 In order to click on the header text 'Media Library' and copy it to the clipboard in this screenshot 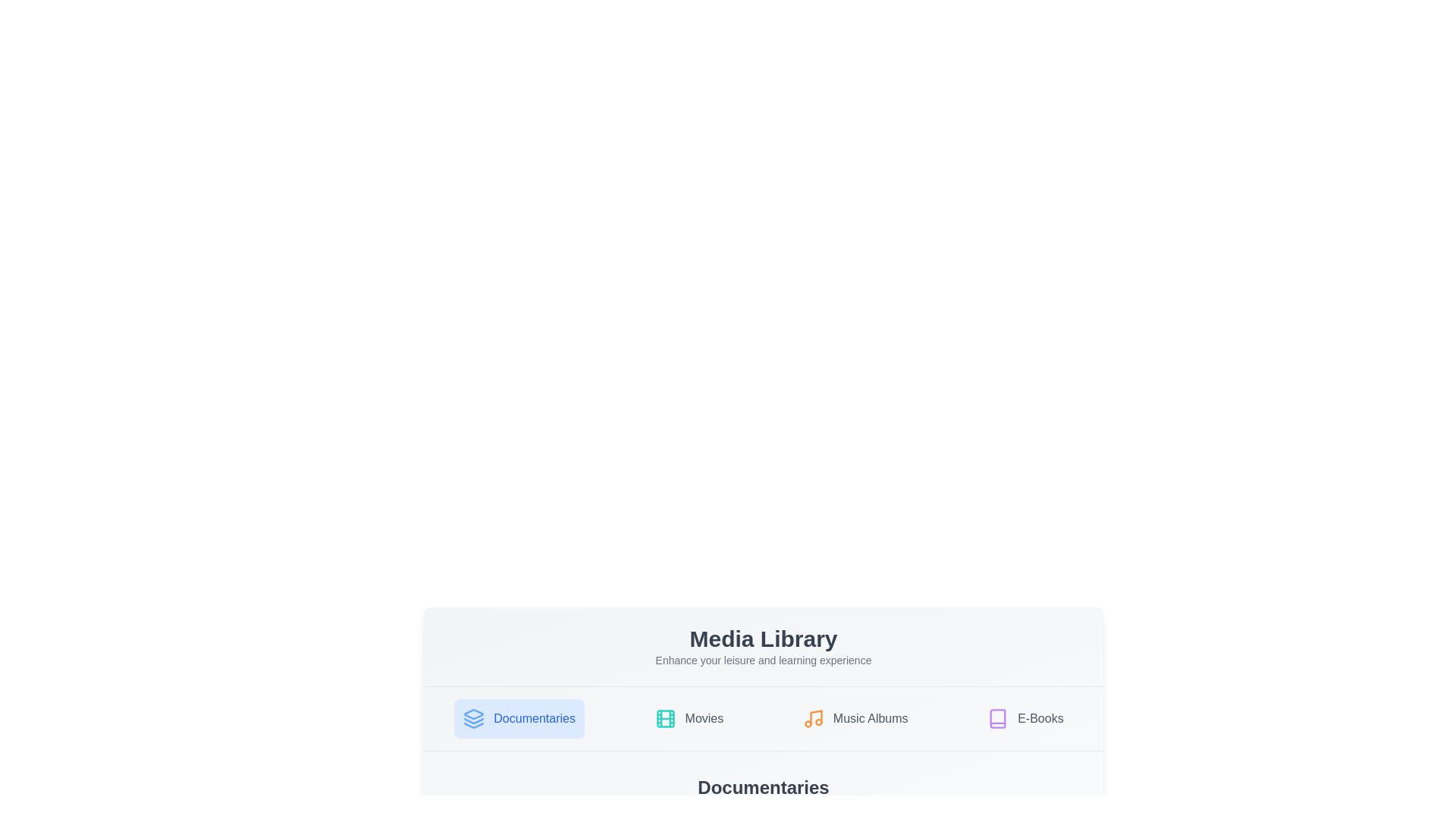, I will do `click(764, 639)`.